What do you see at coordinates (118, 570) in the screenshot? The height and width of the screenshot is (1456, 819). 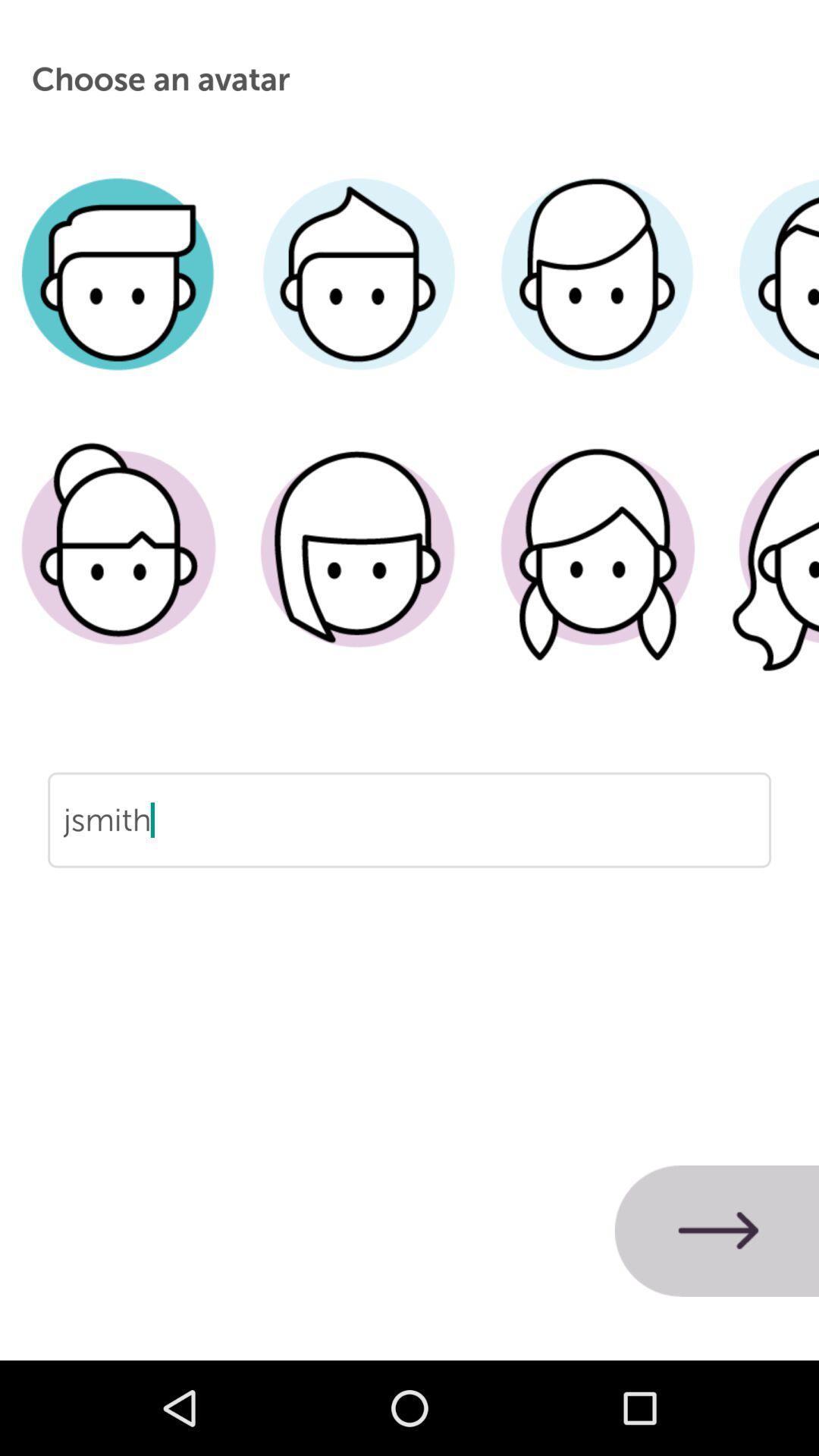 I see `face` at bounding box center [118, 570].